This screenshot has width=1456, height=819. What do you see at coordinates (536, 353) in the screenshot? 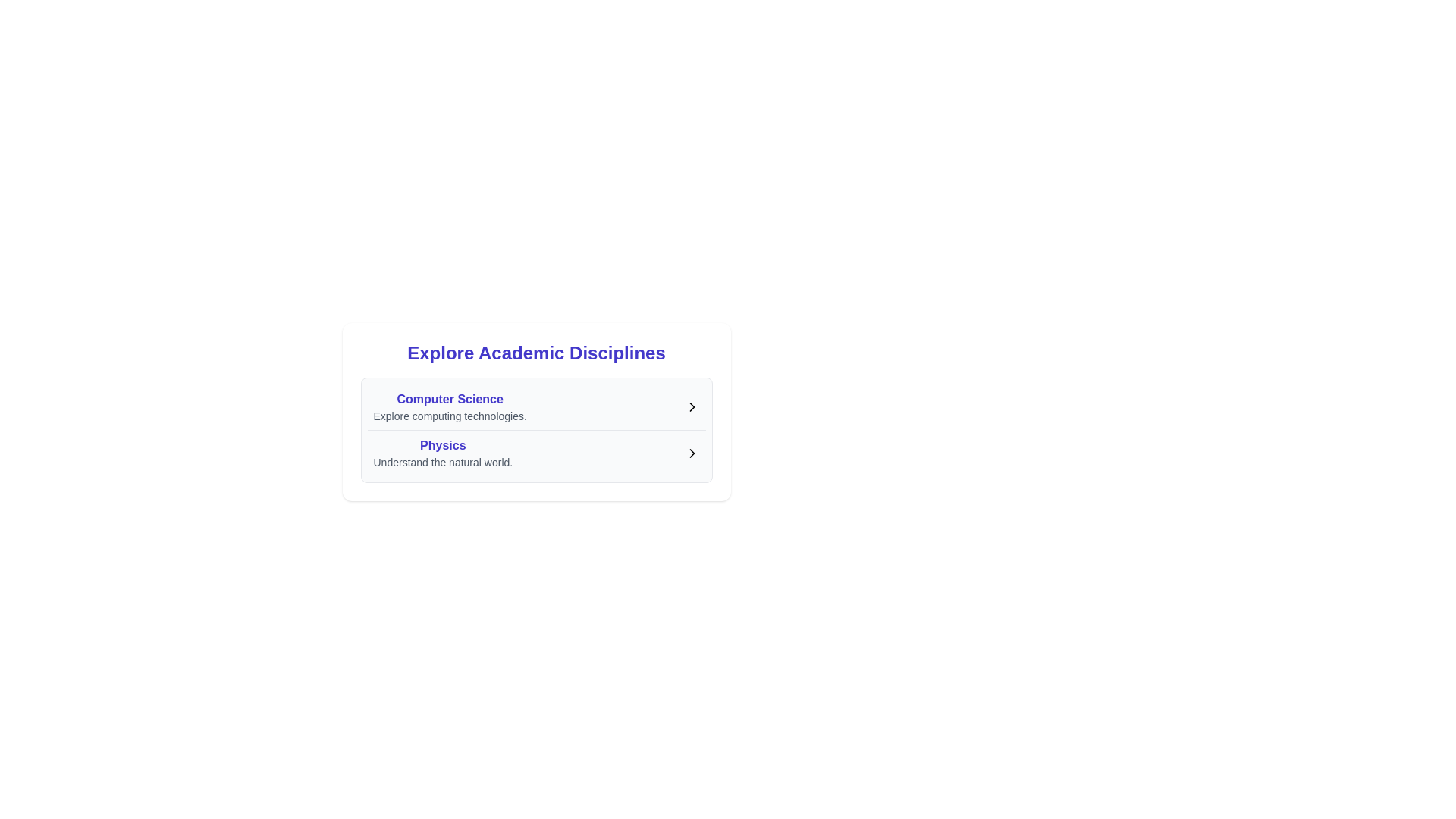
I see `the centered title with bold, large indigo text reading 'Explore Academic Disciplines' that is positioned above the sections 'Computer Science' and 'Physics'` at bounding box center [536, 353].